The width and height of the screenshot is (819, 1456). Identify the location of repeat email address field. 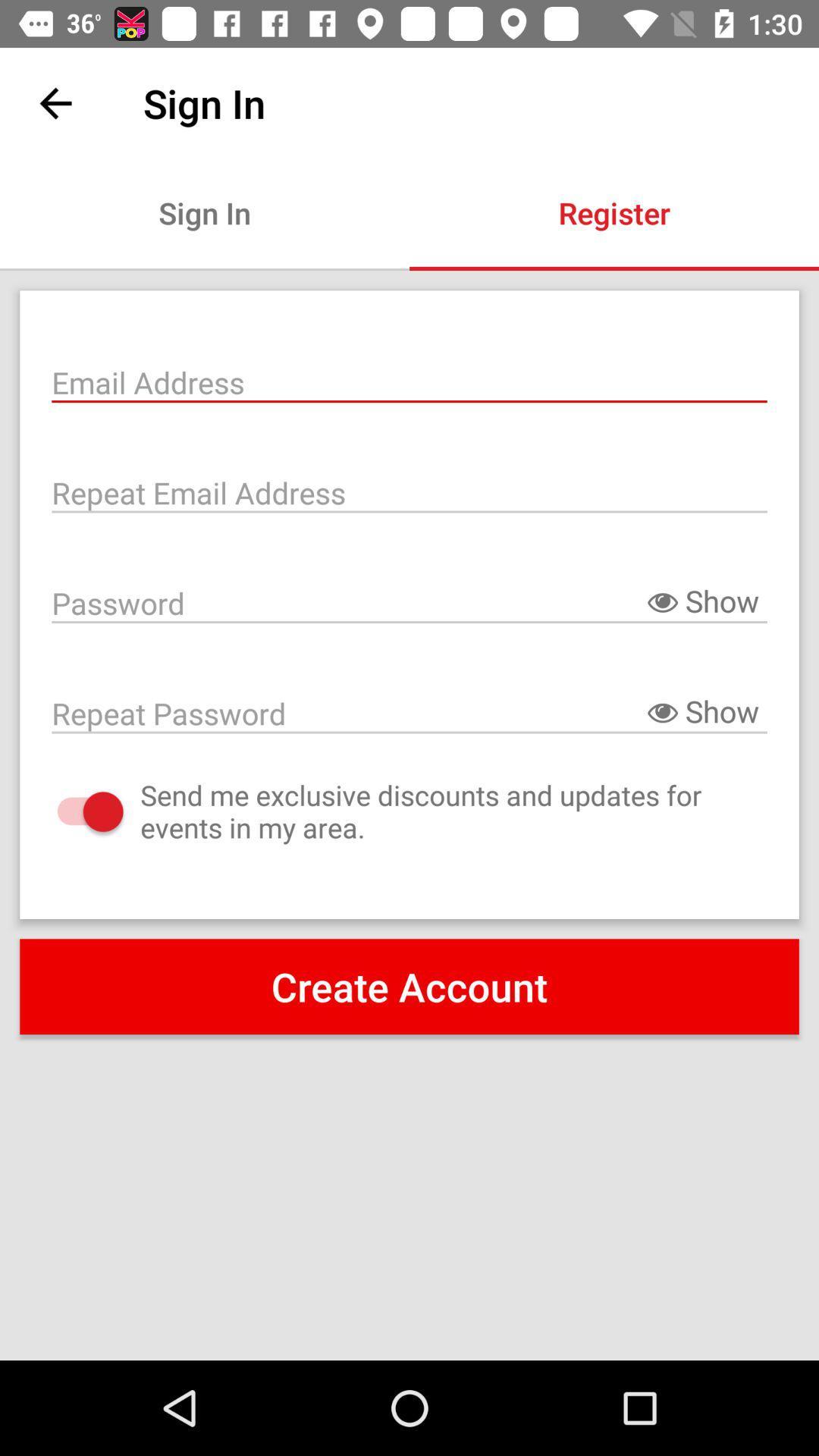
(409, 491).